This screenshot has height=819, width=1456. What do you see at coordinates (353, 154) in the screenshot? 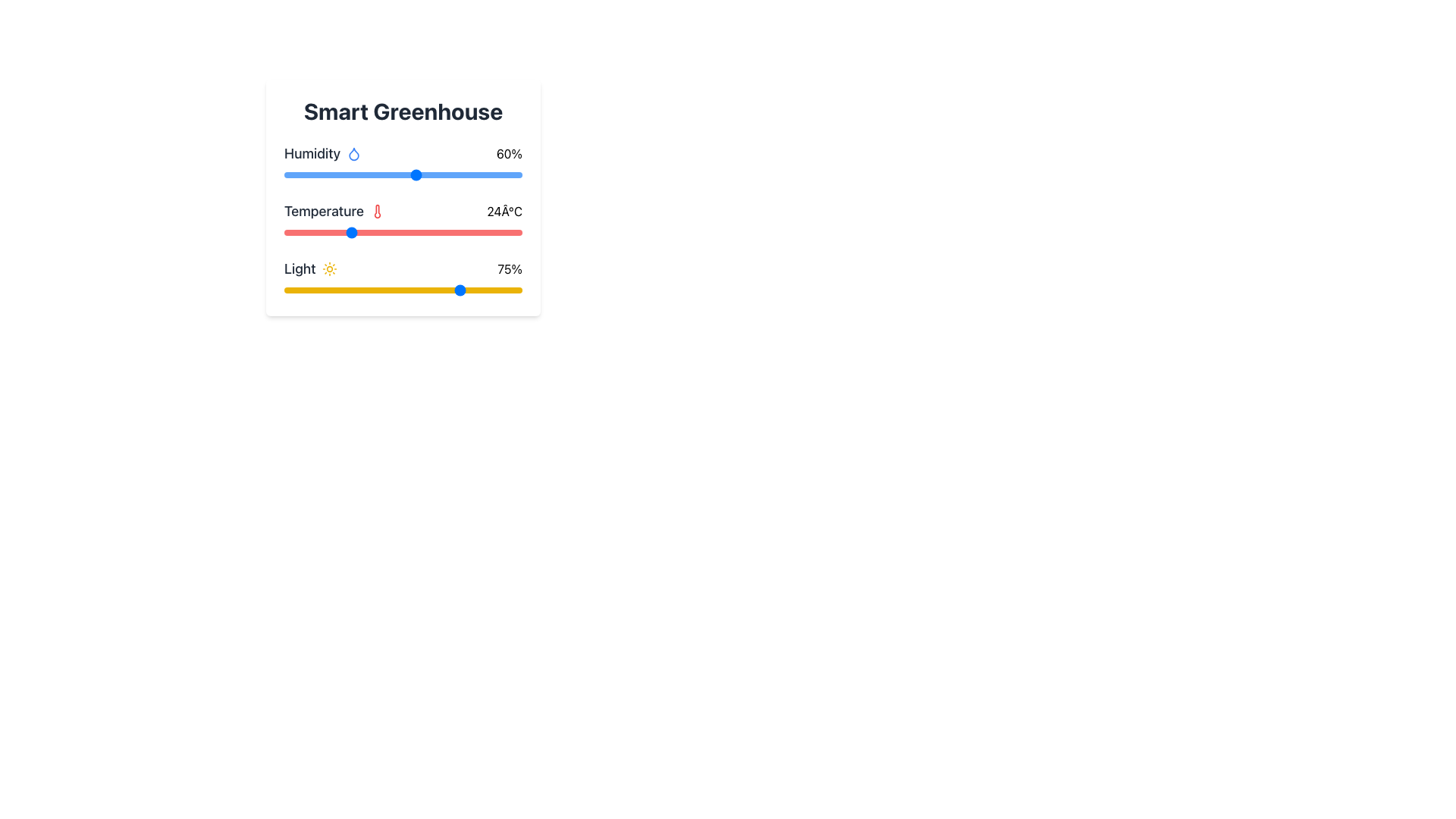
I see `the humidity icon located beside the 'Humidity' label in the top section of the 'Smart Greenhouse' visual card interface` at bounding box center [353, 154].